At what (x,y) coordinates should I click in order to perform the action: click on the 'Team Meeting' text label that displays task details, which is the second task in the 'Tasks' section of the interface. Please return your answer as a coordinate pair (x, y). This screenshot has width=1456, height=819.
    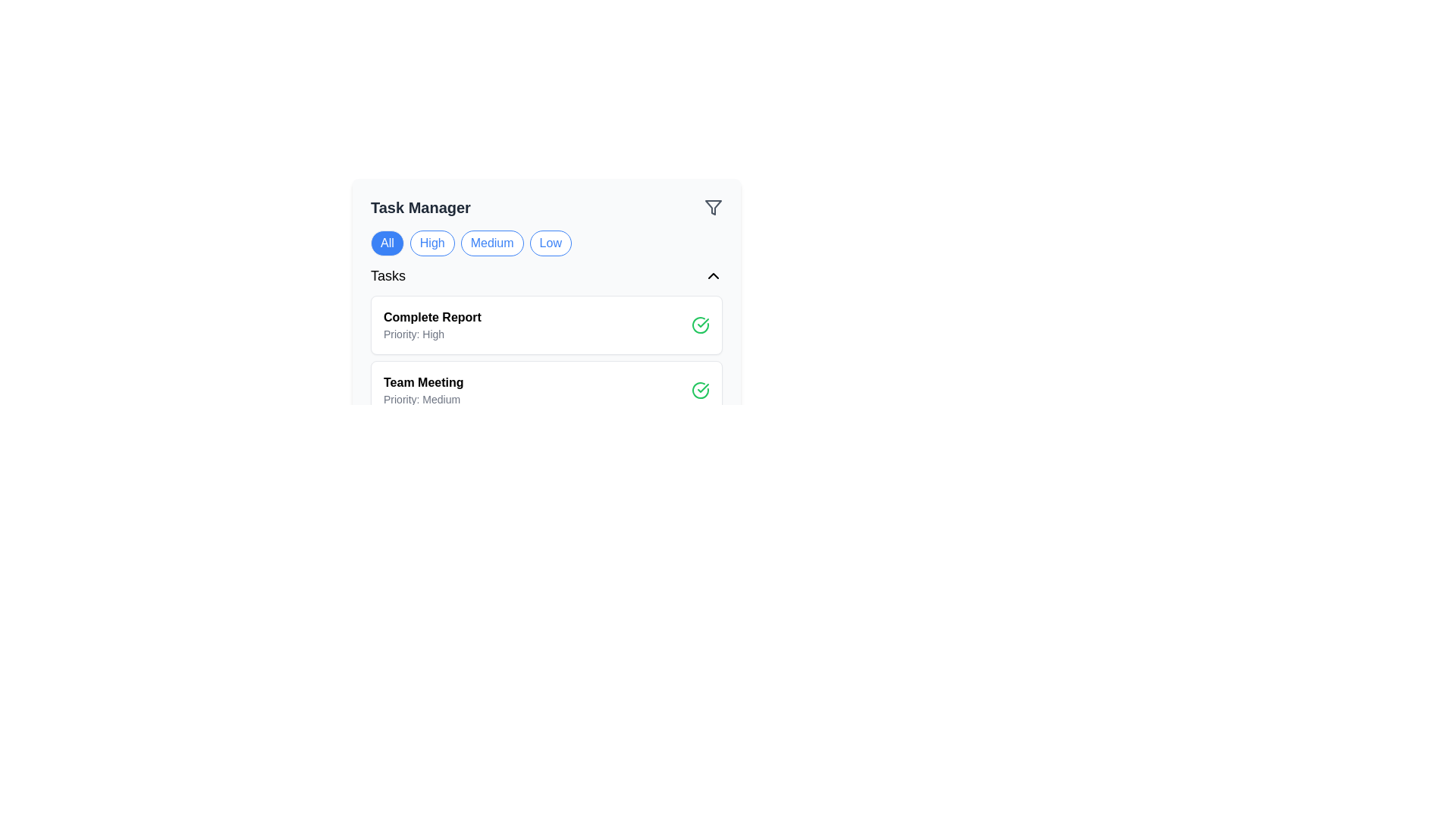
    Looking at the image, I should click on (423, 390).